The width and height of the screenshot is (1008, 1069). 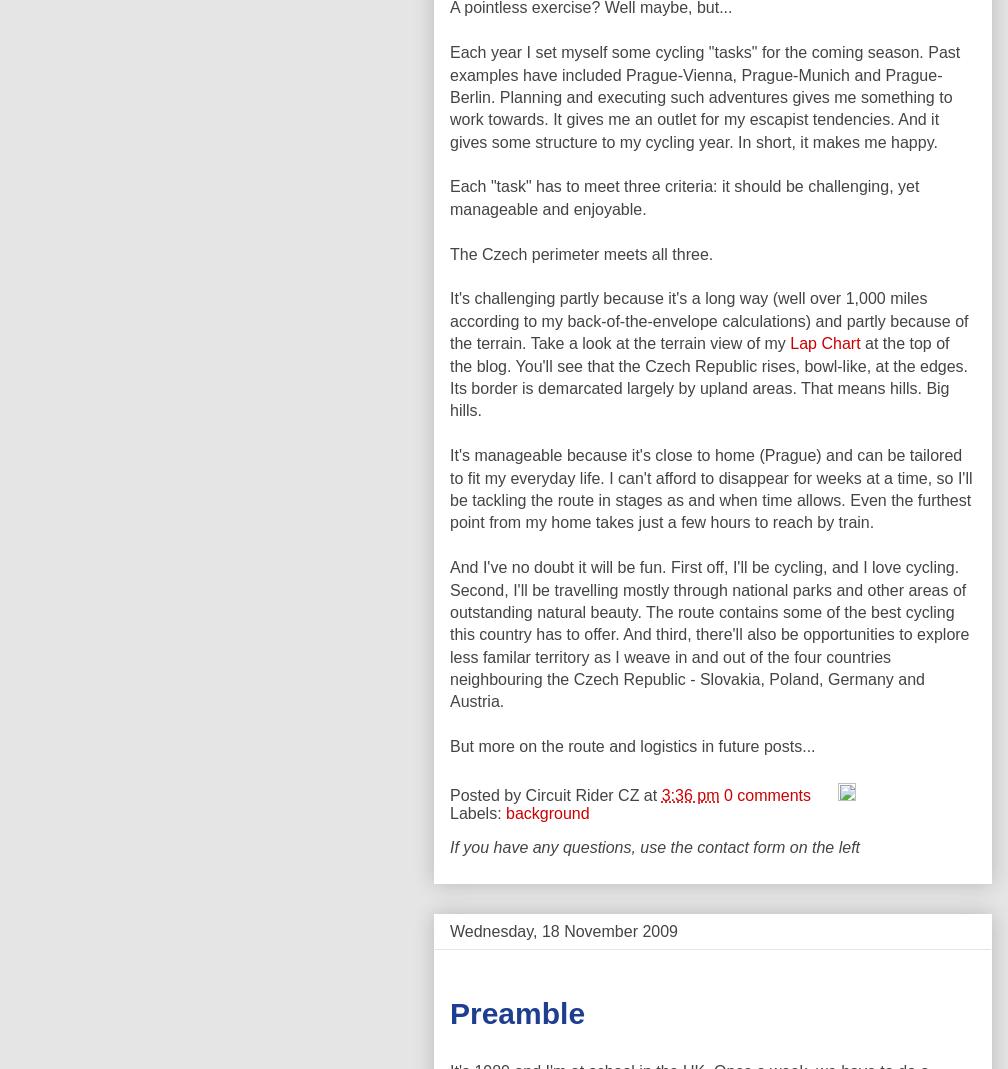 What do you see at coordinates (684, 197) in the screenshot?
I see `'Each "task" has to meet three criteria: it should be challenging, yet manageable and enjoyable.'` at bounding box center [684, 197].